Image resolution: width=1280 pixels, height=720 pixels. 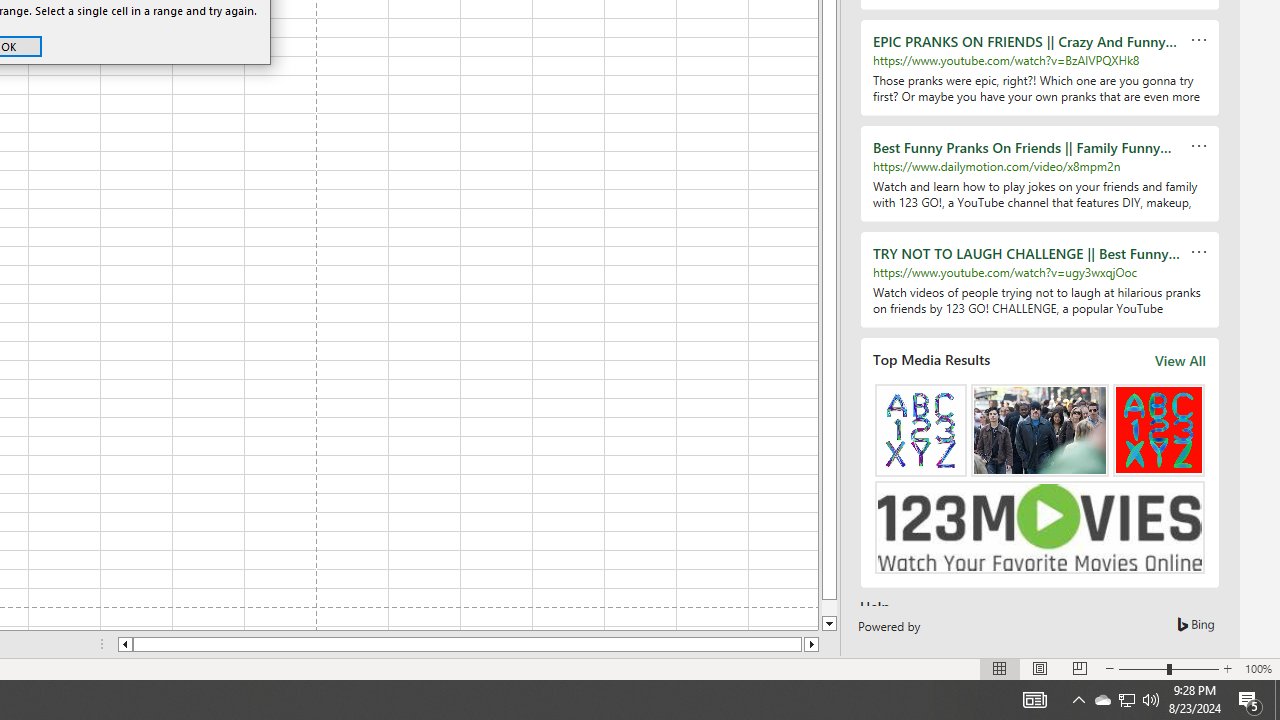 I want to click on 'Action Center, 5 new notifications', so click(x=1250, y=698).